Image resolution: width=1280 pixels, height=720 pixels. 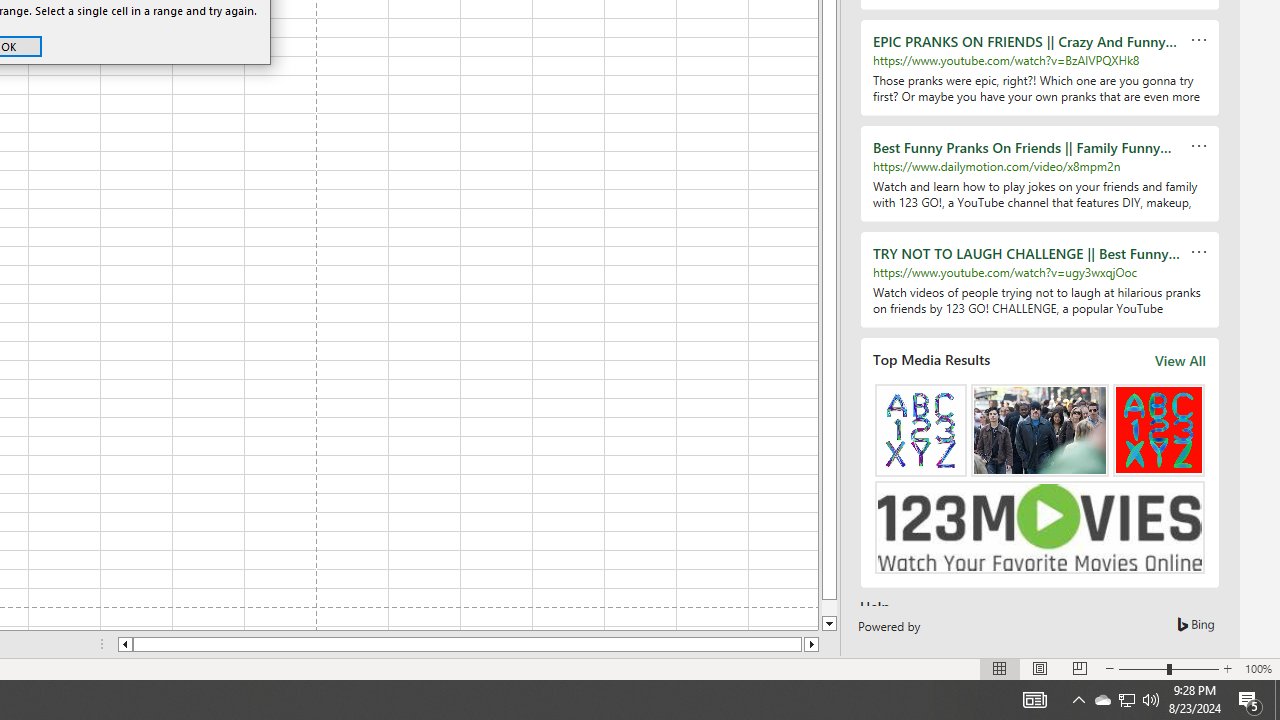 I want to click on 'Action Center, 5 new notifications', so click(x=1250, y=698).